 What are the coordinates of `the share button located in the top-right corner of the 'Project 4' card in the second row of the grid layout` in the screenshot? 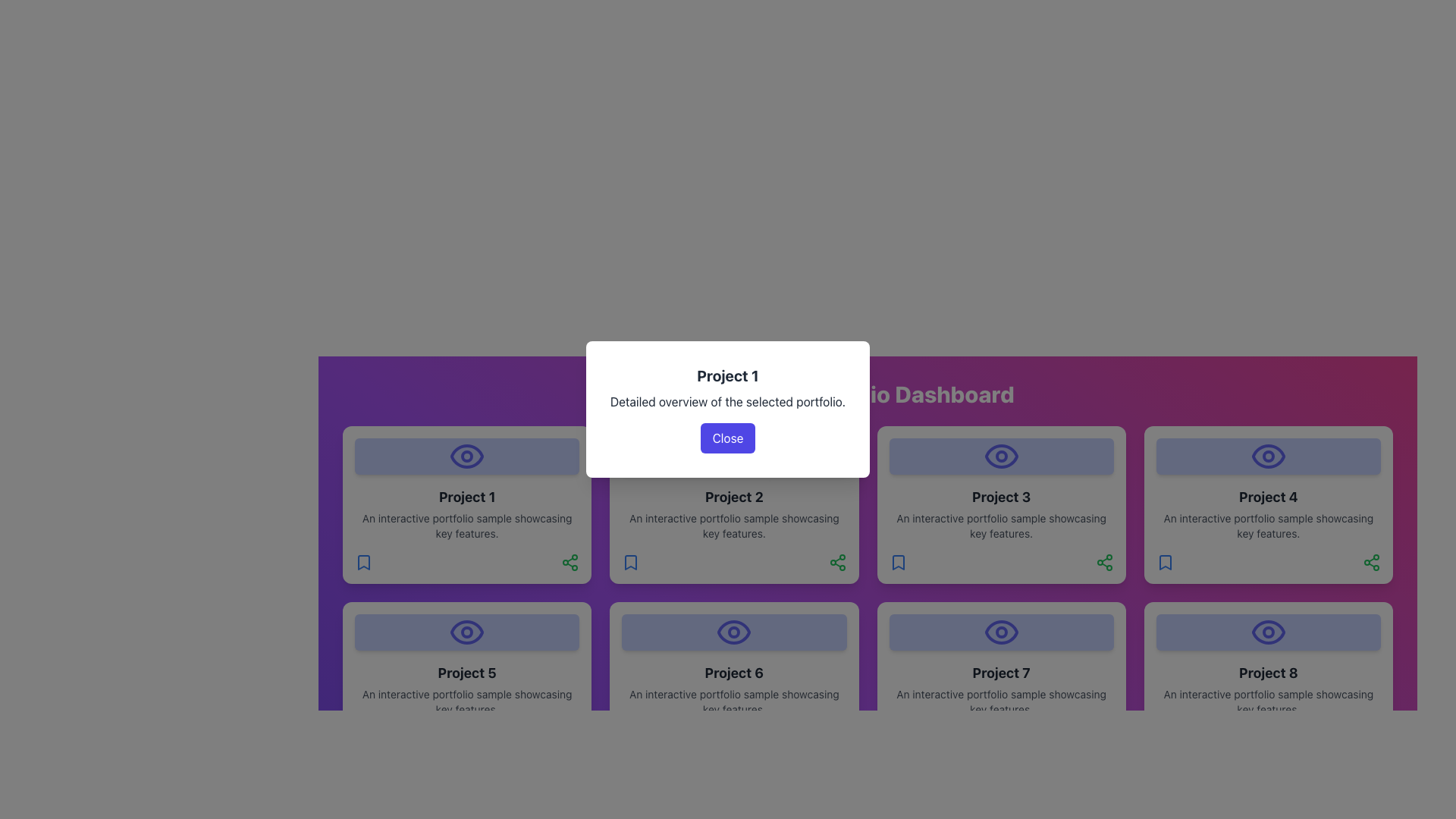 It's located at (1104, 562).